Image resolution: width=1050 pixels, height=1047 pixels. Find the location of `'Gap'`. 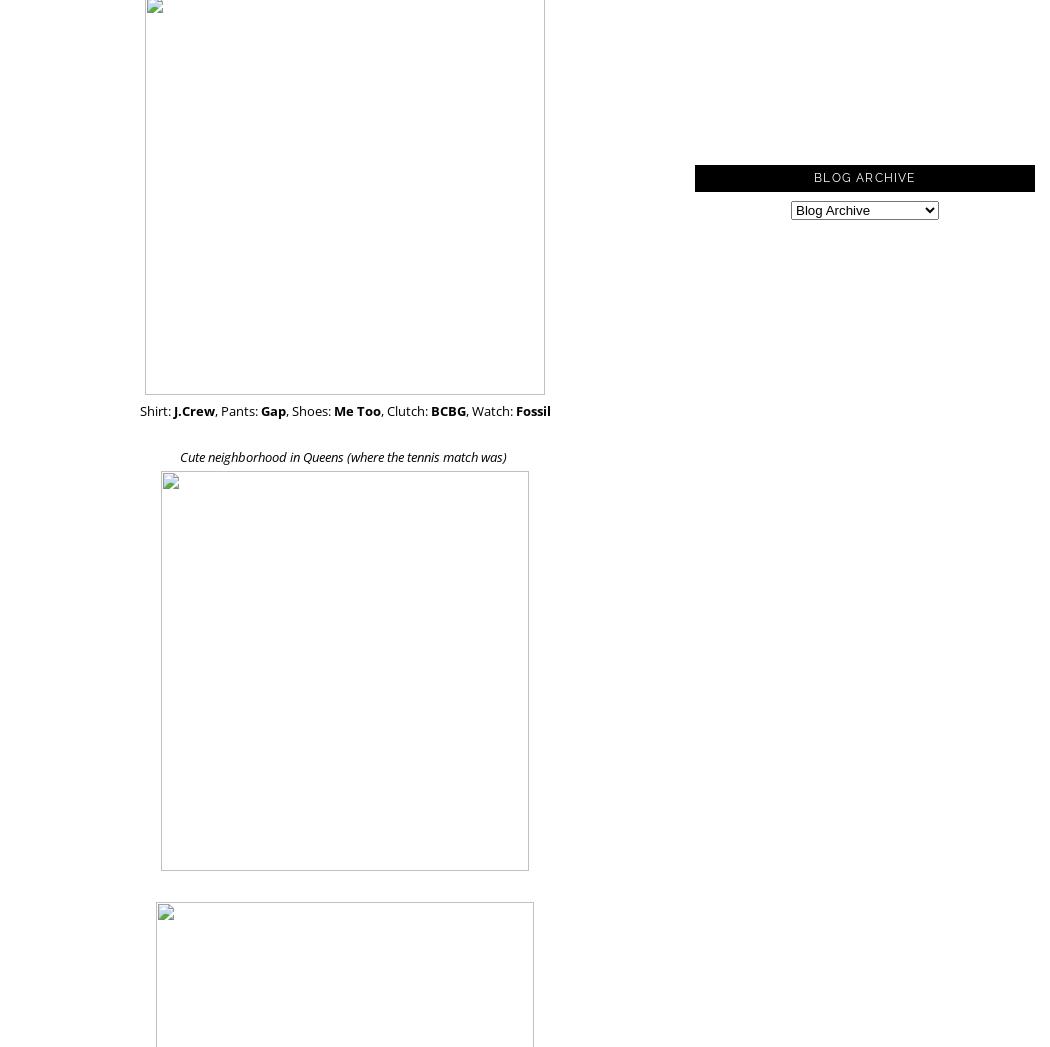

'Gap' is located at coordinates (271, 410).